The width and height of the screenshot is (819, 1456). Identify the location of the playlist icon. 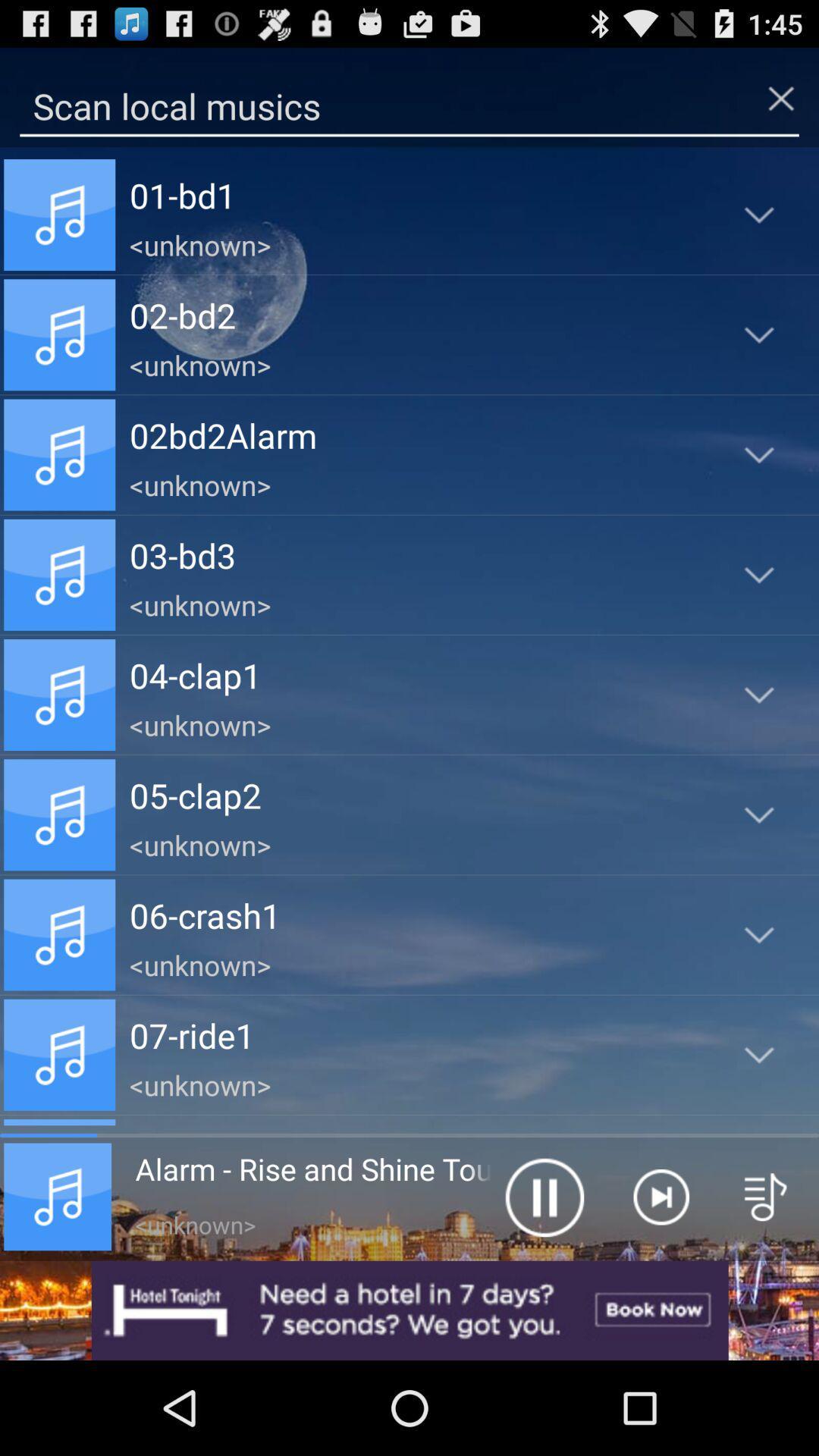
(766, 1280).